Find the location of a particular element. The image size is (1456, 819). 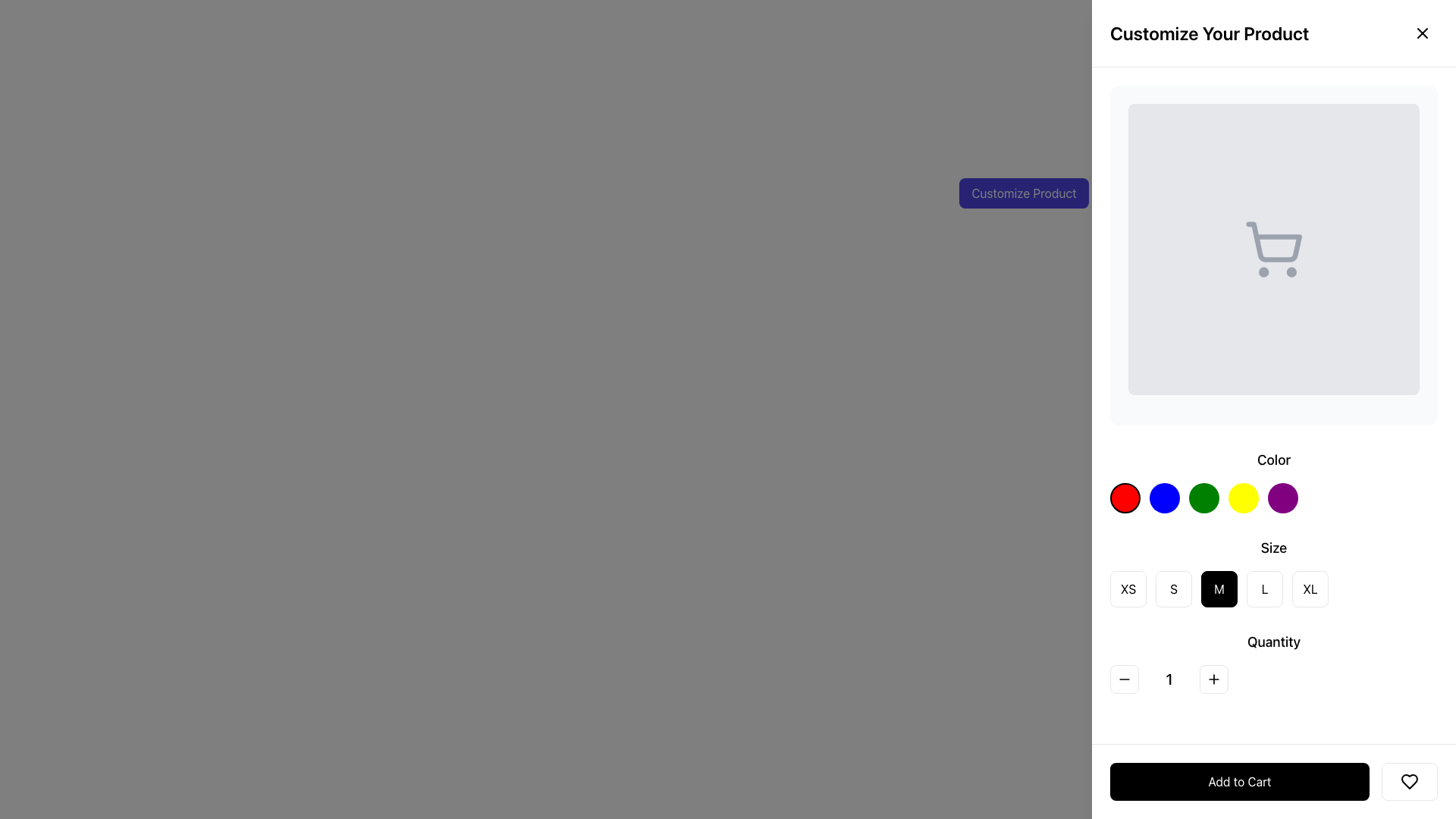

the shopping cart icon in the 'Customize Your Product' interface, which symbolizes purchasing and is located near the center of the preview box at the top of the right panel is located at coordinates (1274, 241).